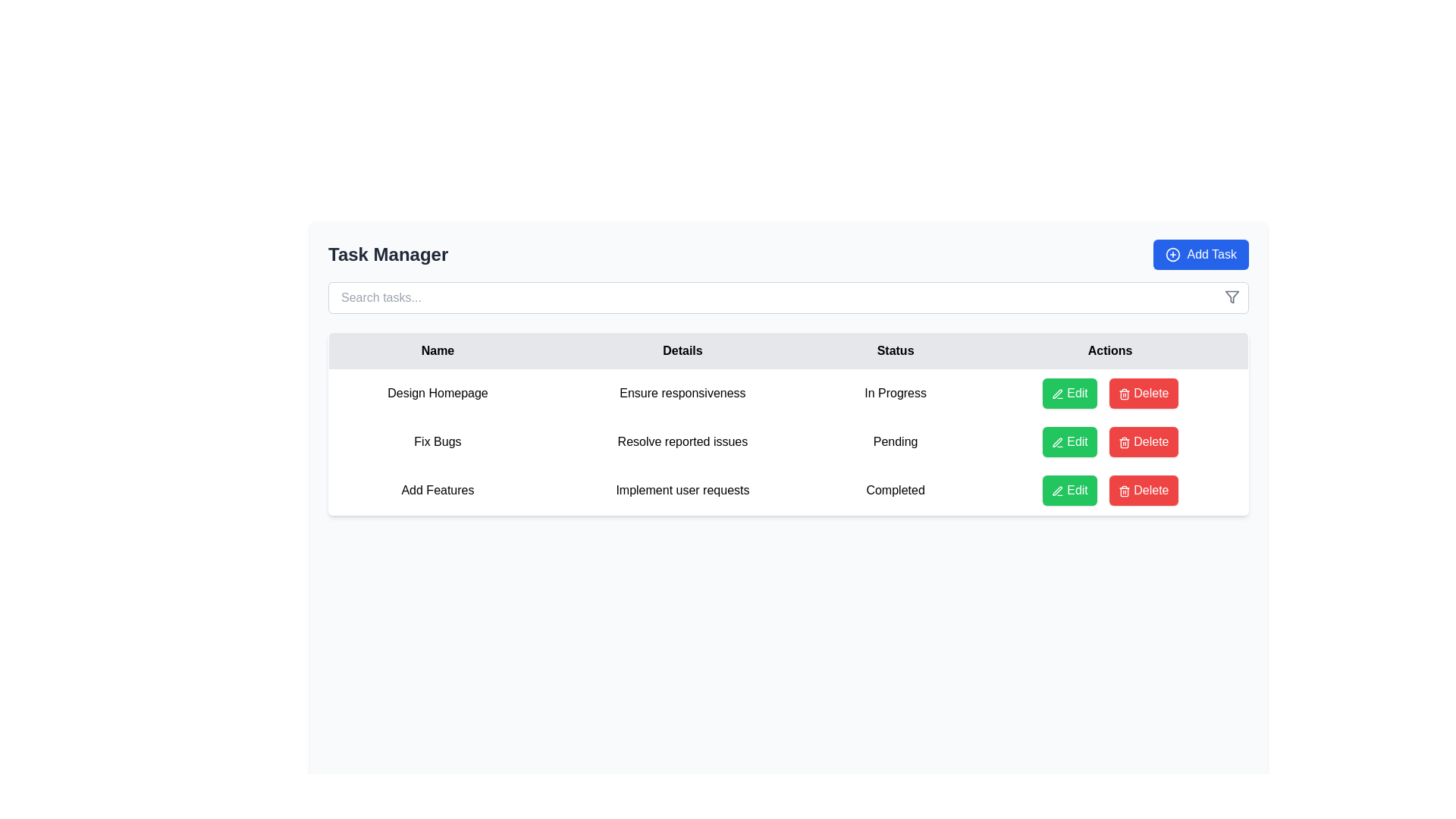 Image resolution: width=1456 pixels, height=819 pixels. I want to click on the static label reading 'Completed' in the 'Status' column of the third row, which describes the 'Add Features' task, so click(896, 491).